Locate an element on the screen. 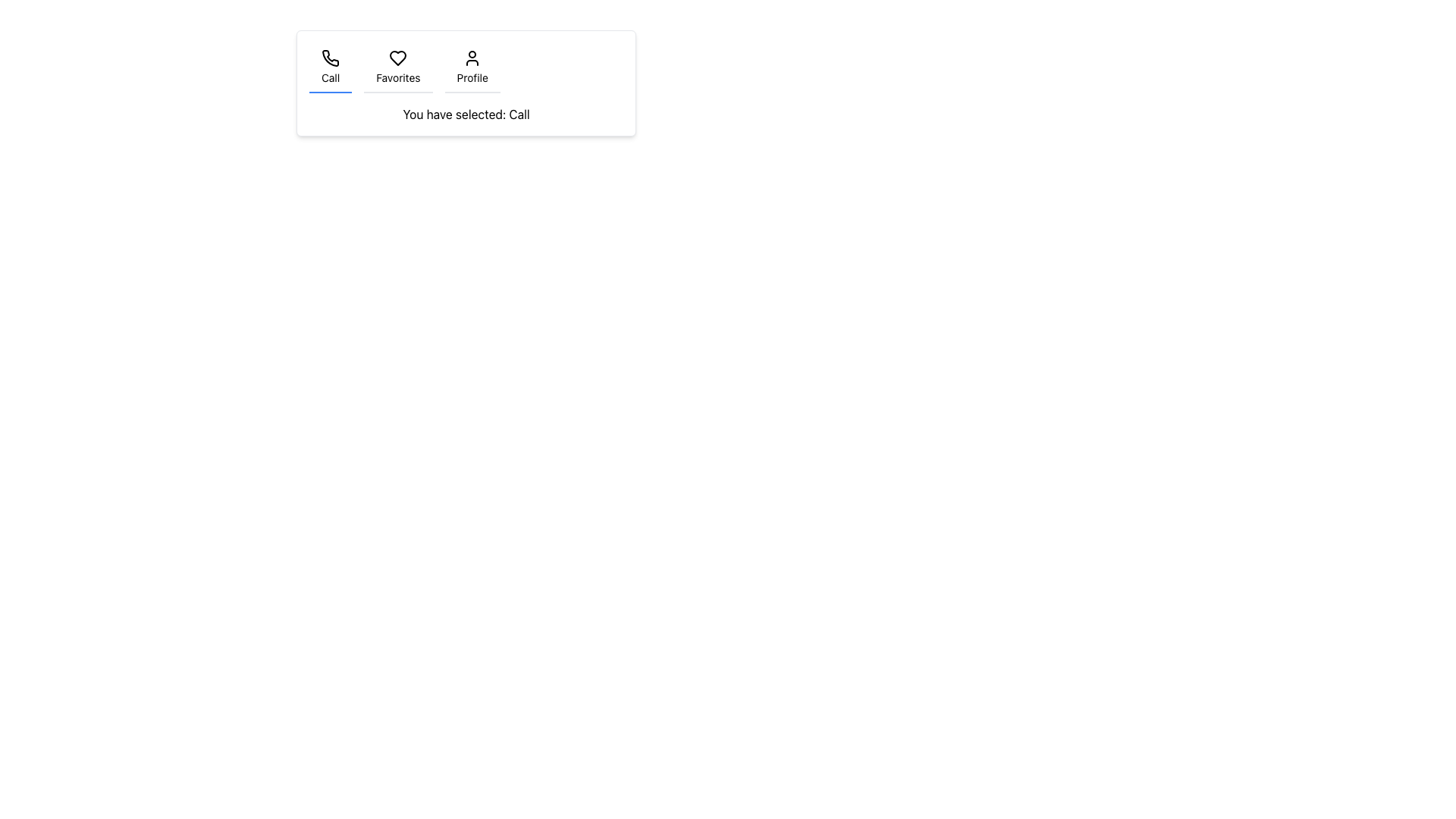 This screenshot has width=1456, height=819. the heart icon in the navigation bar is located at coordinates (398, 58).